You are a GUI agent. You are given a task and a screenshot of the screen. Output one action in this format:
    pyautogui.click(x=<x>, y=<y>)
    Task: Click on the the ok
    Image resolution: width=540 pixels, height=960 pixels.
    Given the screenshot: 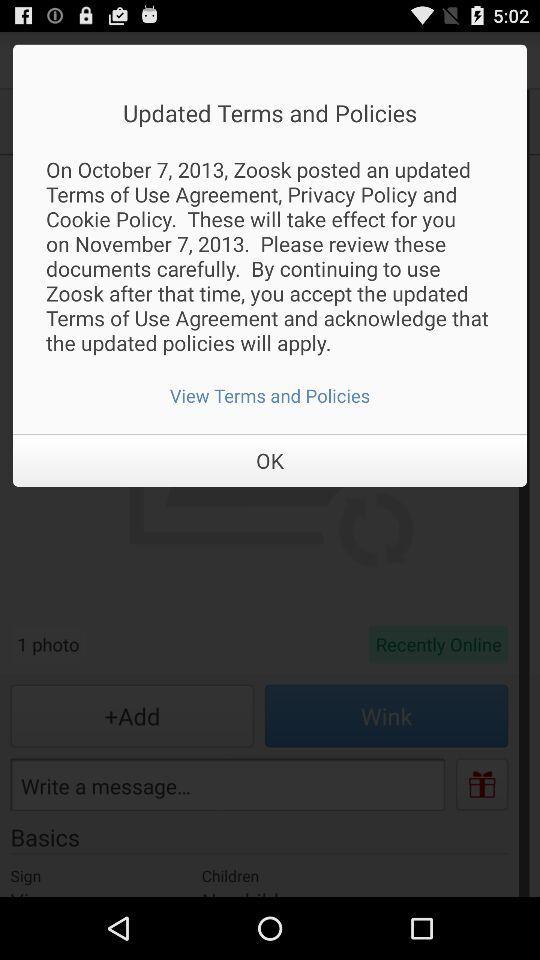 What is the action you would take?
    pyautogui.click(x=270, y=460)
    